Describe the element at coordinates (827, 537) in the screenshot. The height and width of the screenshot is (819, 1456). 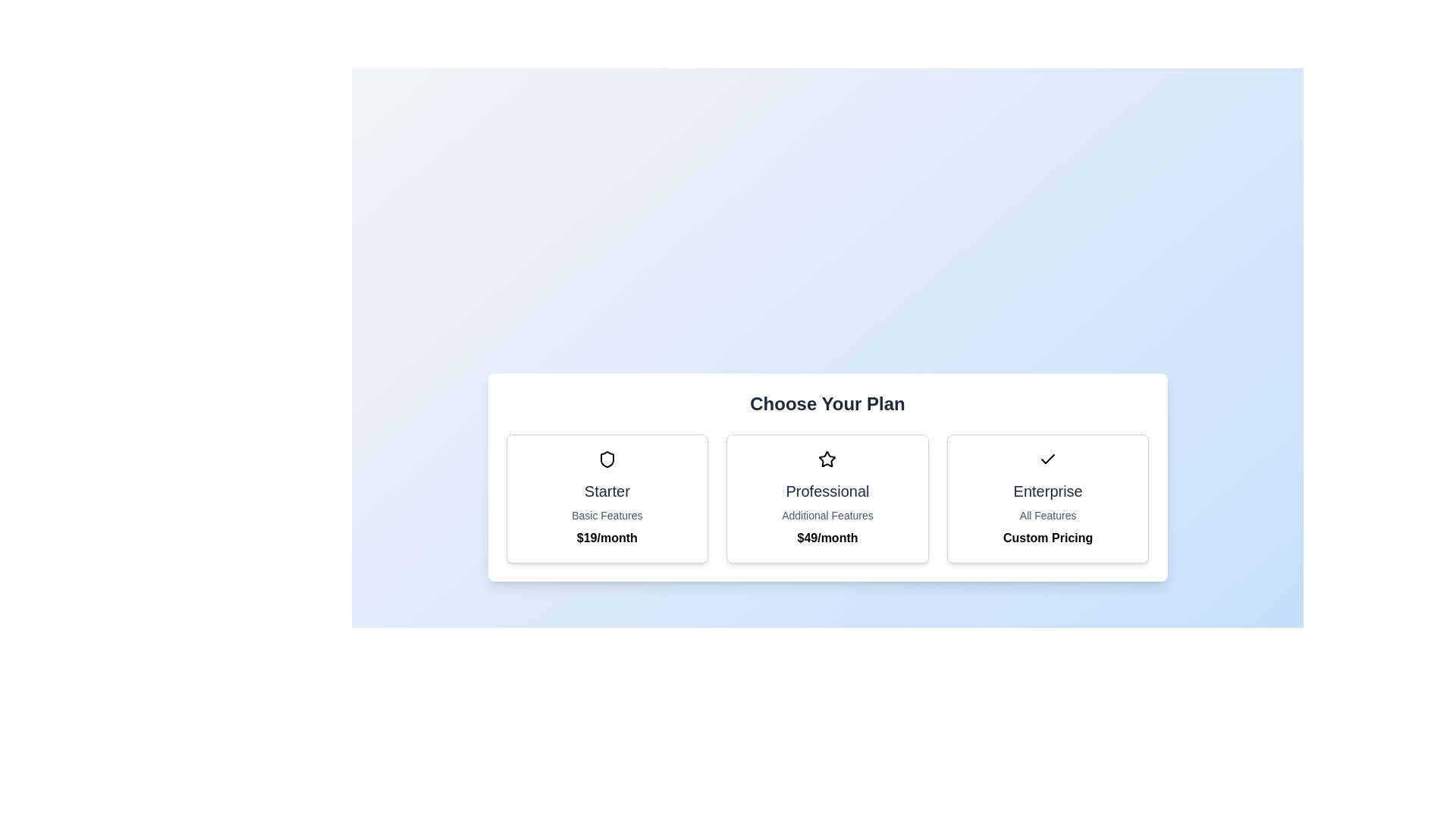
I see `the text label displaying '$49/month' within the 'Professional' plan card, which is styled in bold and positioned below the subtitle 'Additional Features'` at that location.